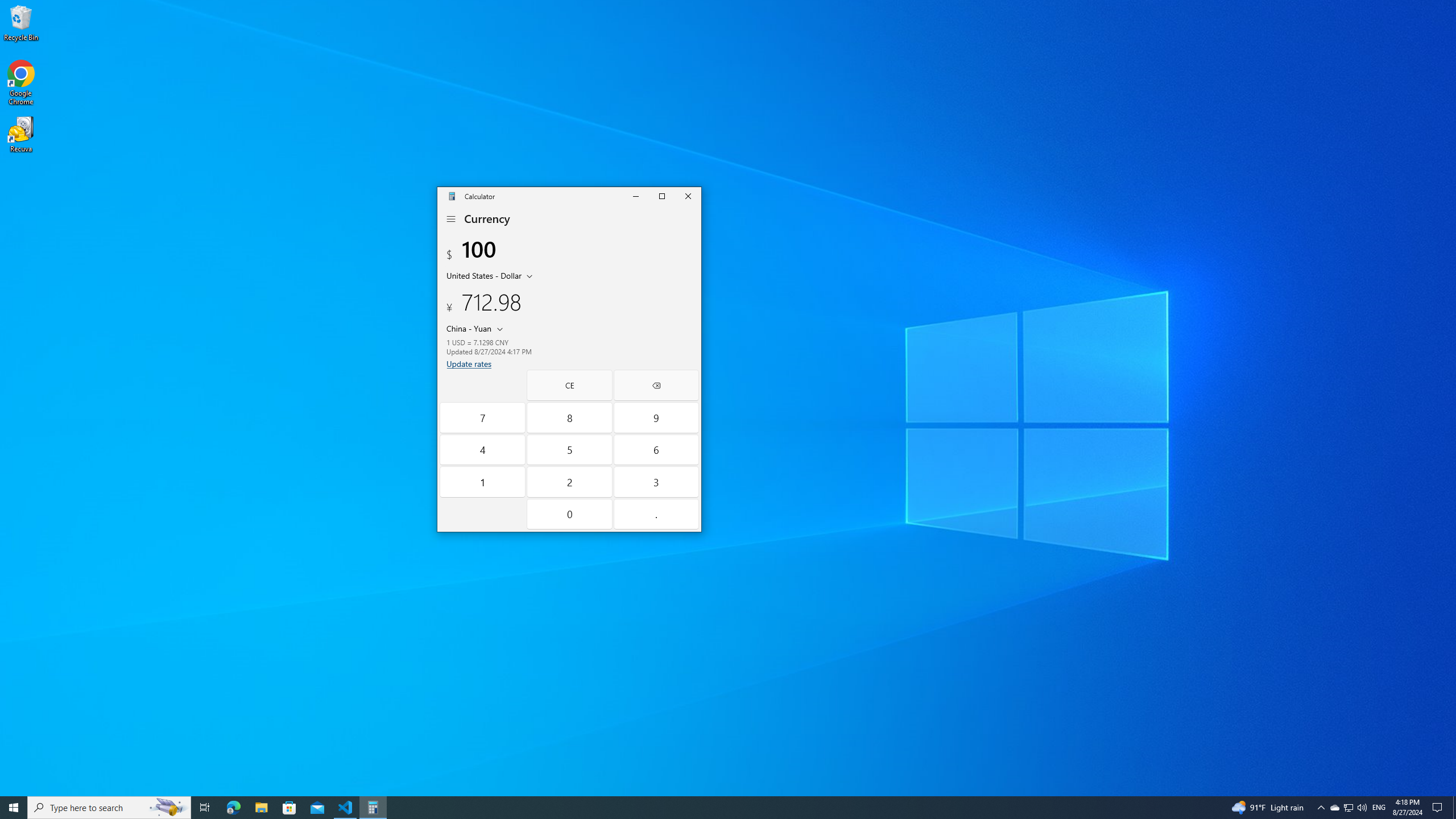 This screenshot has width=1456, height=819. I want to click on 'Notification Chevron', so click(1321, 806).